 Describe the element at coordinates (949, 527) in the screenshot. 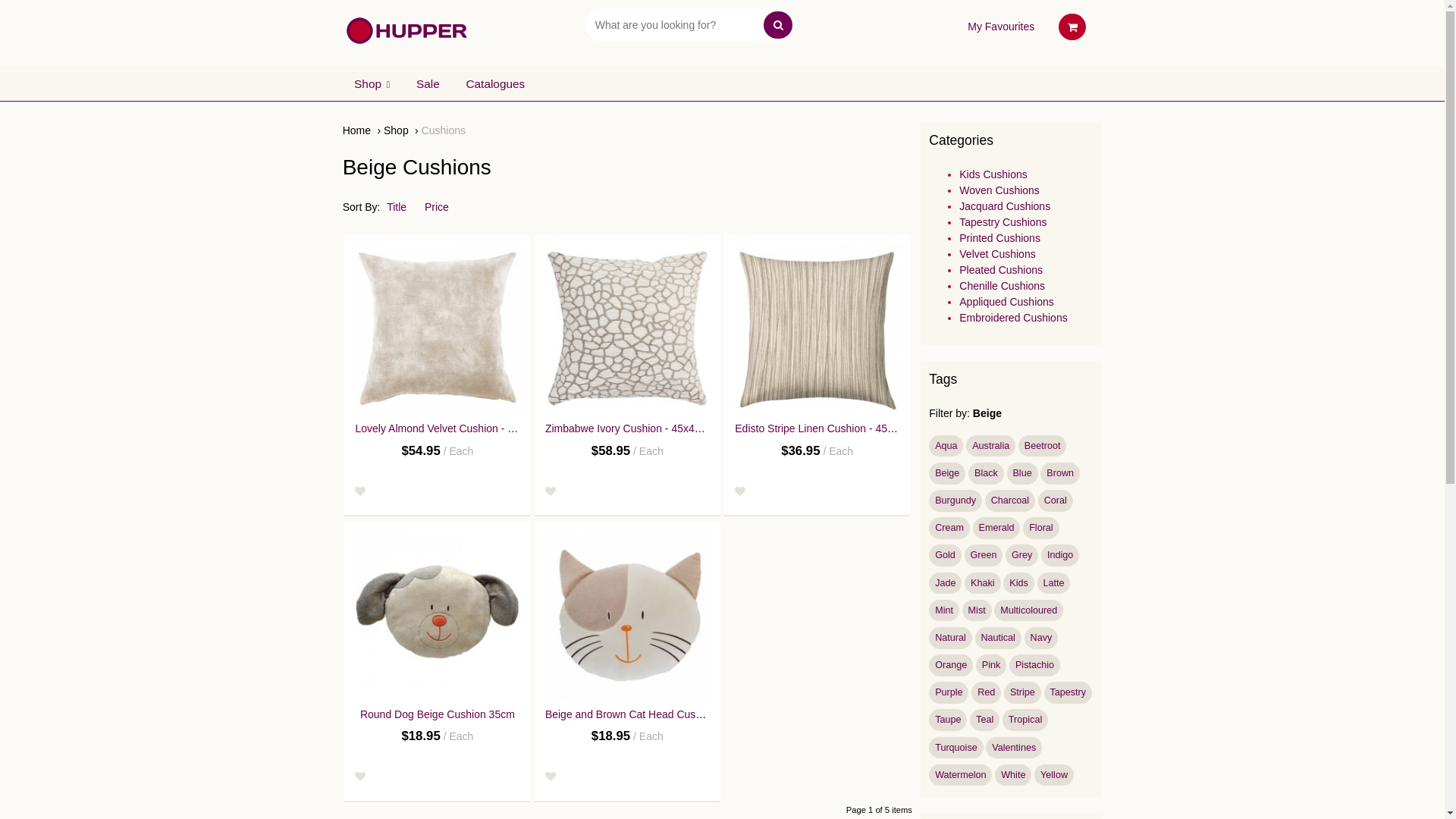

I see `'Cream'` at that location.